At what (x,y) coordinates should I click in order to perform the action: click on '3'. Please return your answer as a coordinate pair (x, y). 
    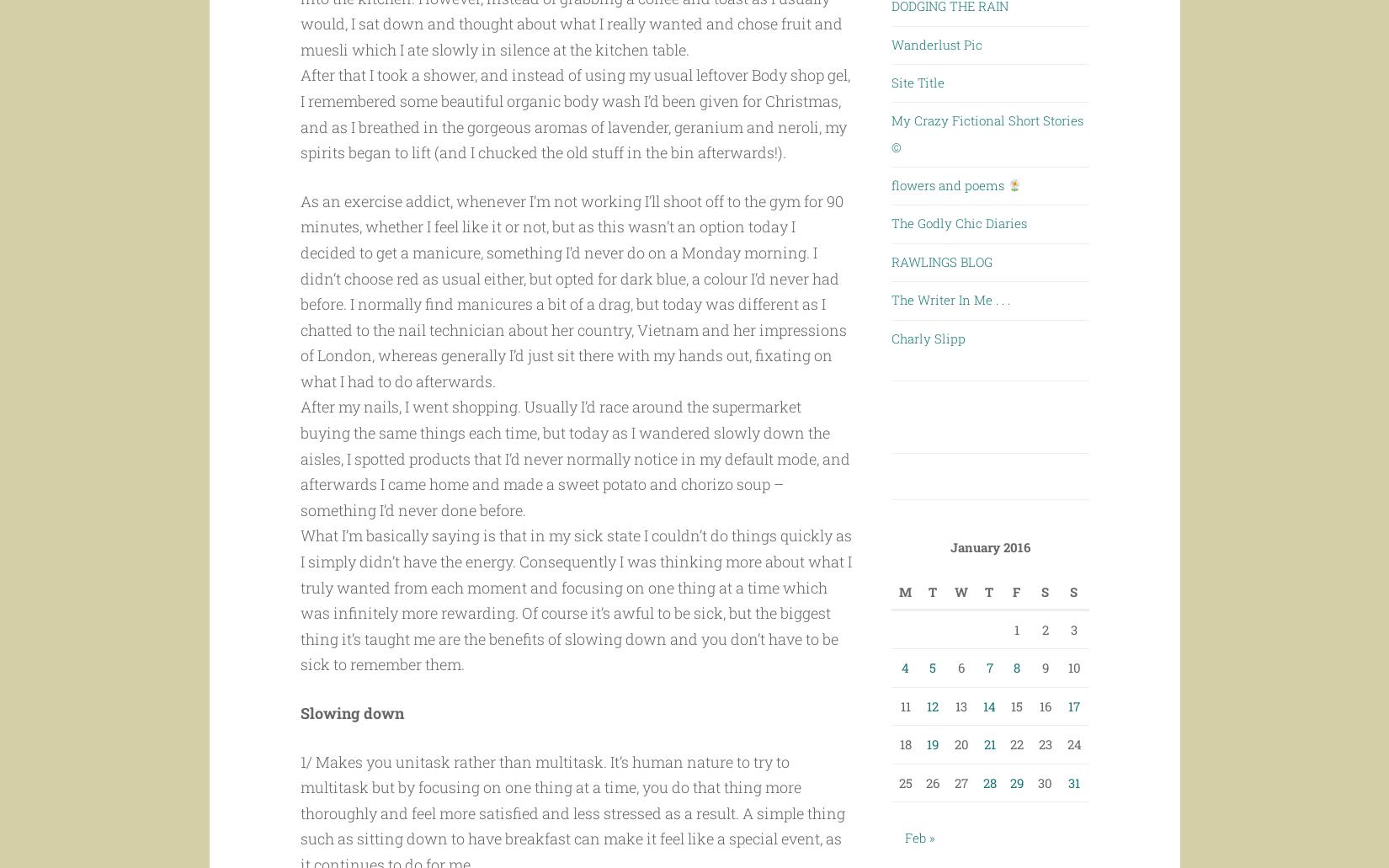
    Looking at the image, I should click on (1072, 628).